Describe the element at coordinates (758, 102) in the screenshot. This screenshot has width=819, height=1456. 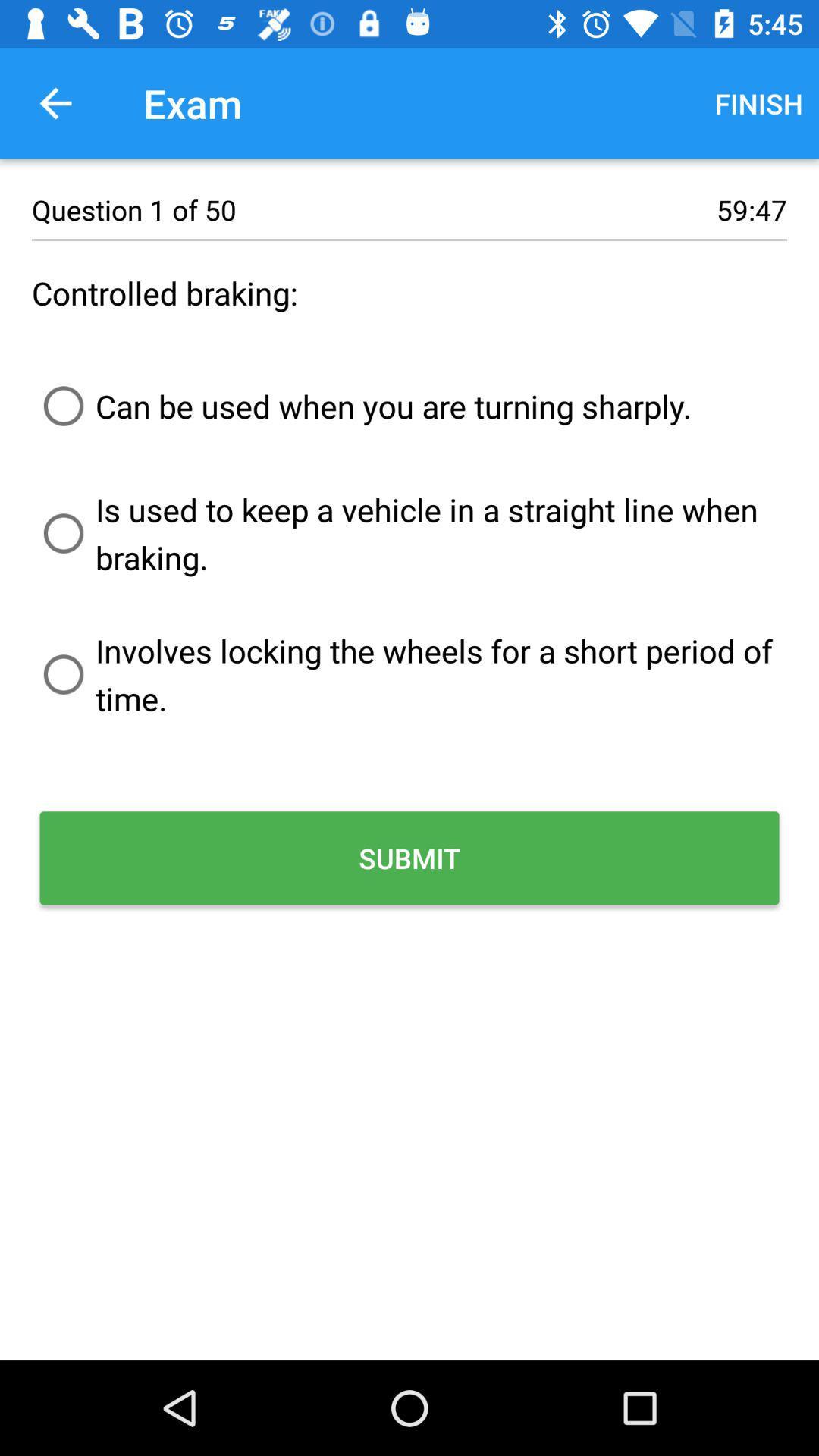
I see `item next to the exam icon` at that location.